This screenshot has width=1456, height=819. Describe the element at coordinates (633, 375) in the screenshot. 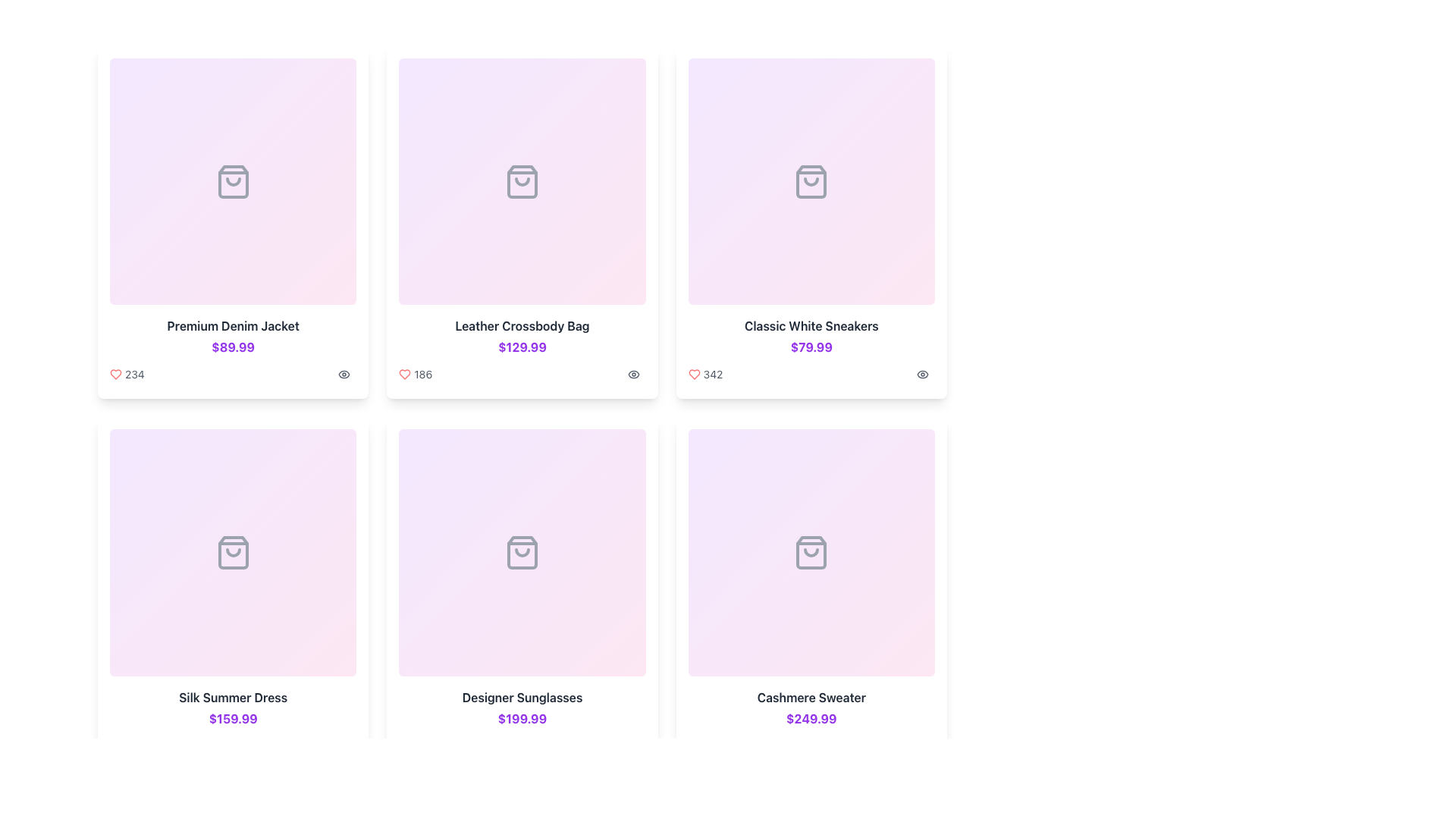

I see `the eye-shaped SVG icon located in the bottom-right corner of the product card` at that location.